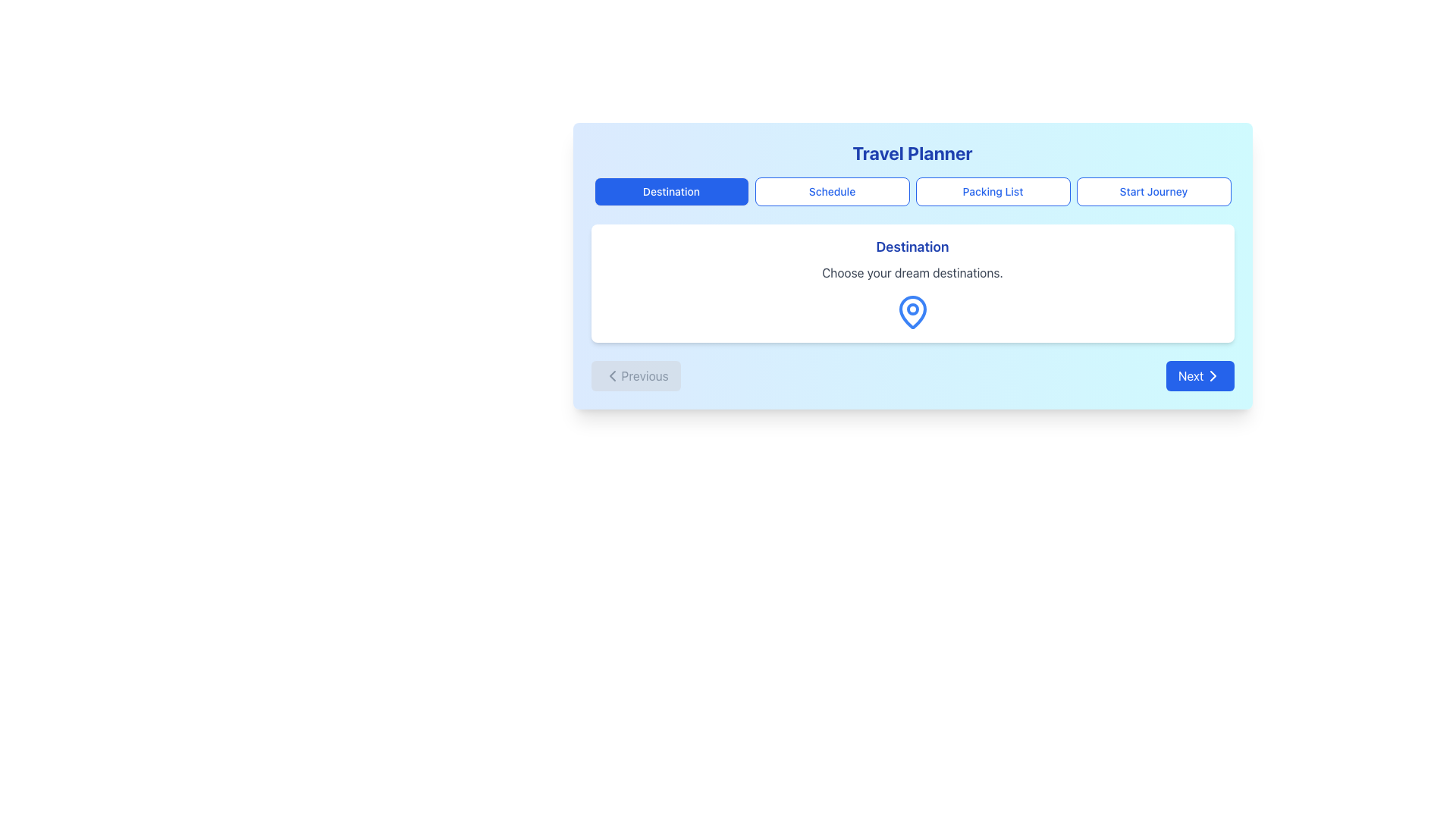 The width and height of the screenshot is (1456, 819). What do you see at coordinates (612, 375) in the screenshot?
I see `the left-facing chevron icon located inside the 'Previous' button at the bottom left of the 'Travel Planner' interface` at bounding box center [612, 375].